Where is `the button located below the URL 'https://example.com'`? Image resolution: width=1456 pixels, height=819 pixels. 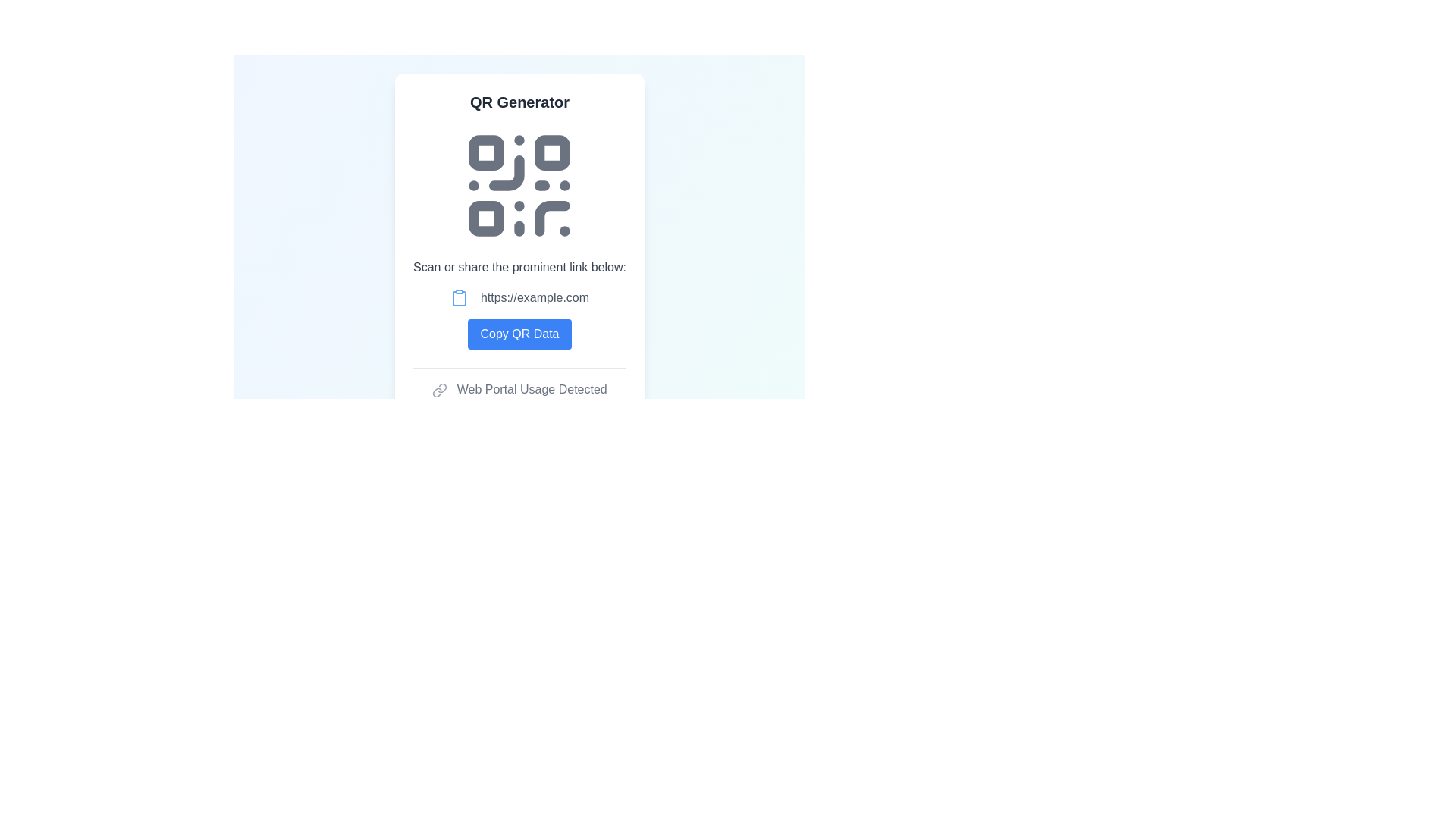 the button located below the URL 'https://example.com' is located at coordinates (519, 333).